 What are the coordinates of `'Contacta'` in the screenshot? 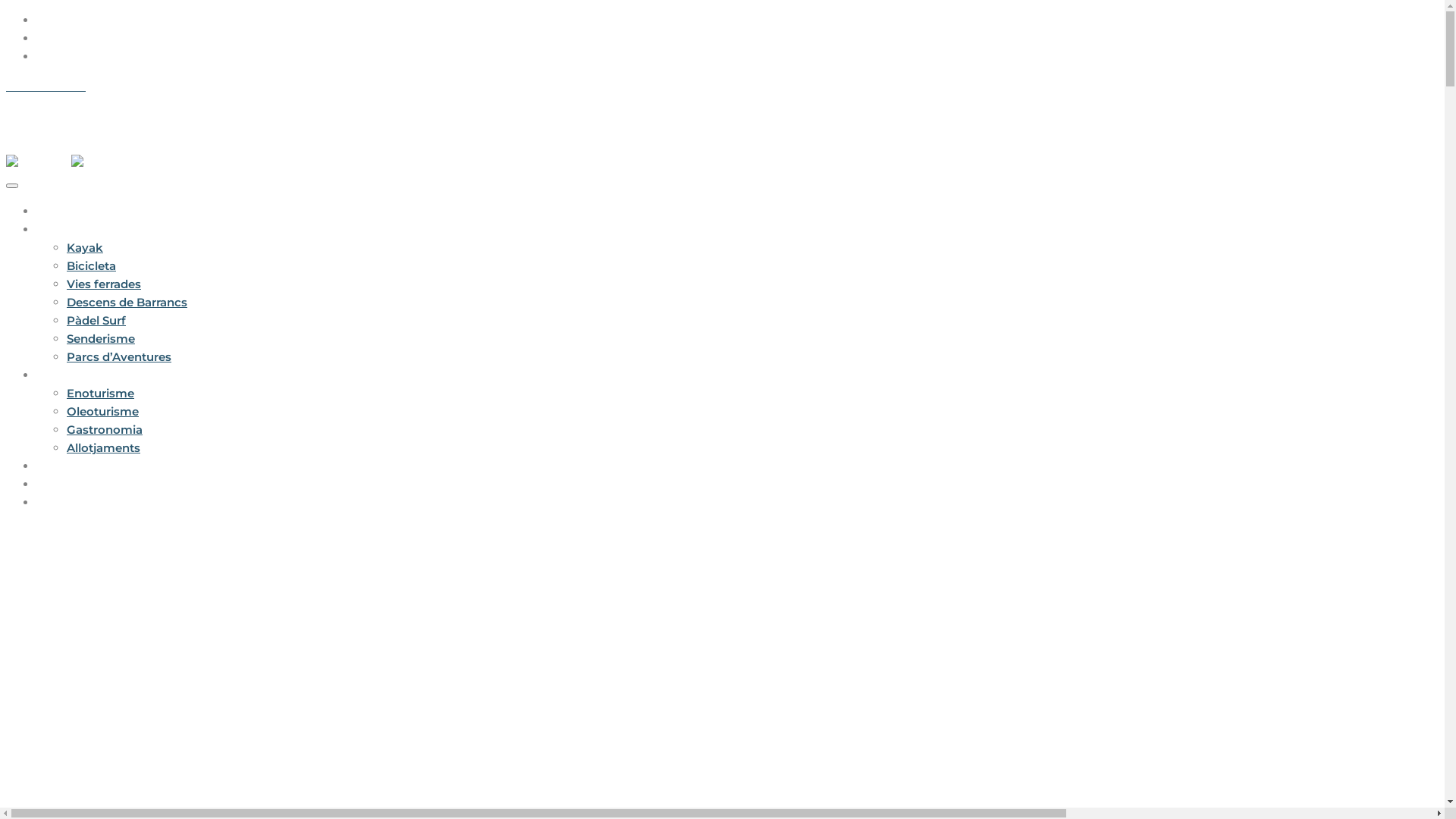 It's located at (36, 502).